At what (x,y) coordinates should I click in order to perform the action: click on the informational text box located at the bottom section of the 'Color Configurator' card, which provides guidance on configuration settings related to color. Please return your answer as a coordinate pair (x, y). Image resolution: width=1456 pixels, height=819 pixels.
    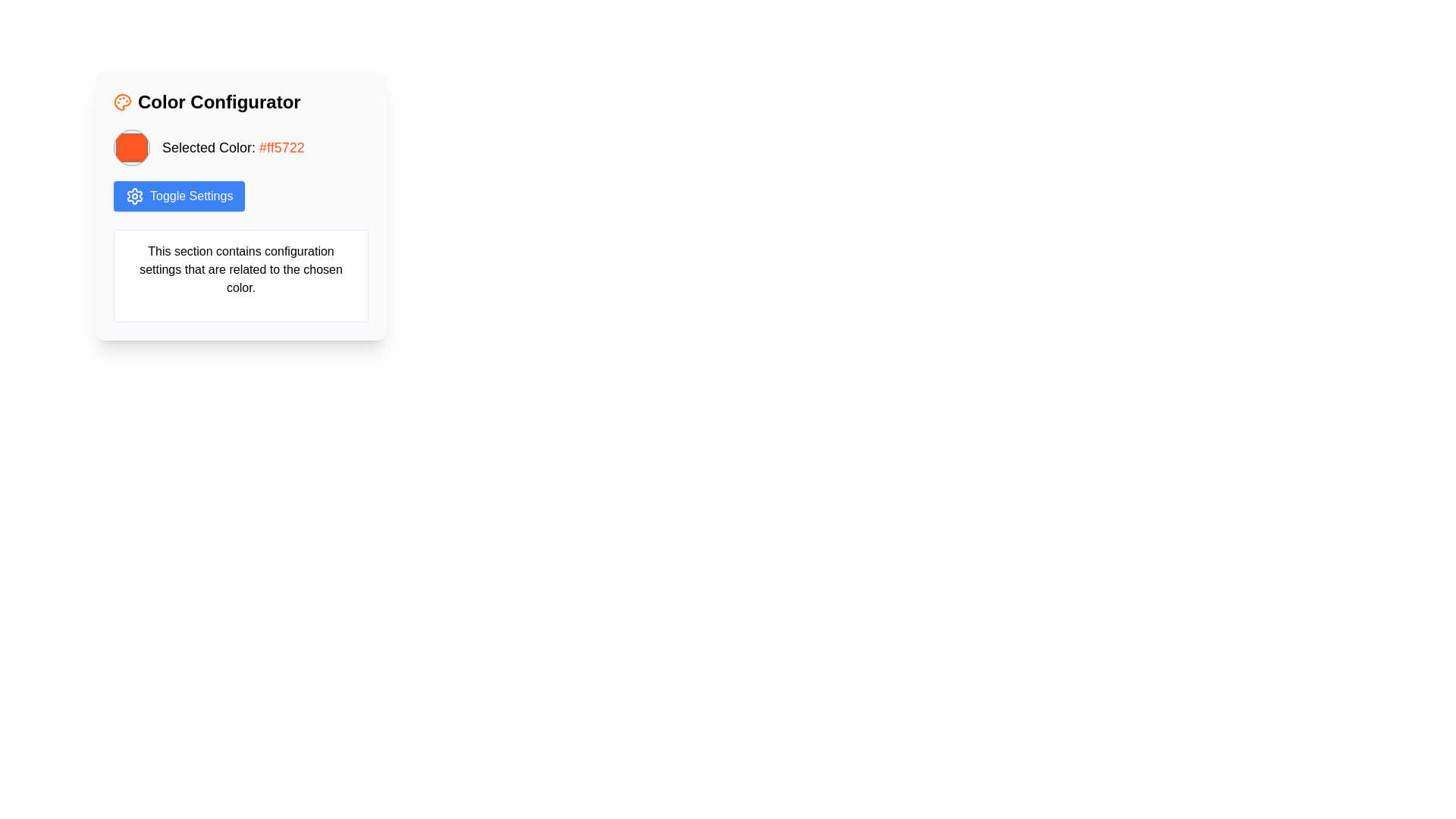
    Looking at the image, I should click on (240, 275).